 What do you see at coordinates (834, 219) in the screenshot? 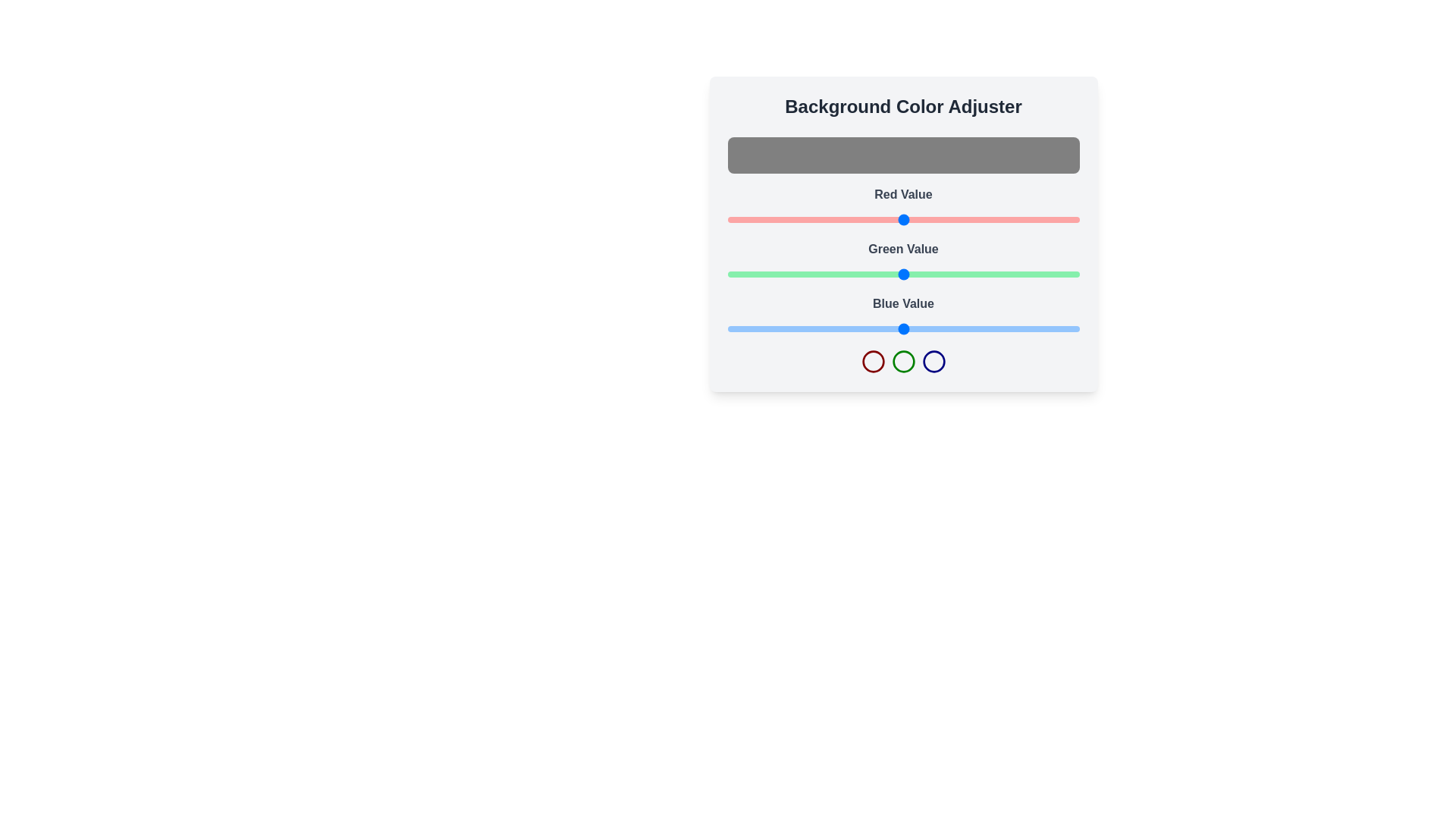
I see `the red color slider to set the red component to 78` at bounding box center [834, 219].